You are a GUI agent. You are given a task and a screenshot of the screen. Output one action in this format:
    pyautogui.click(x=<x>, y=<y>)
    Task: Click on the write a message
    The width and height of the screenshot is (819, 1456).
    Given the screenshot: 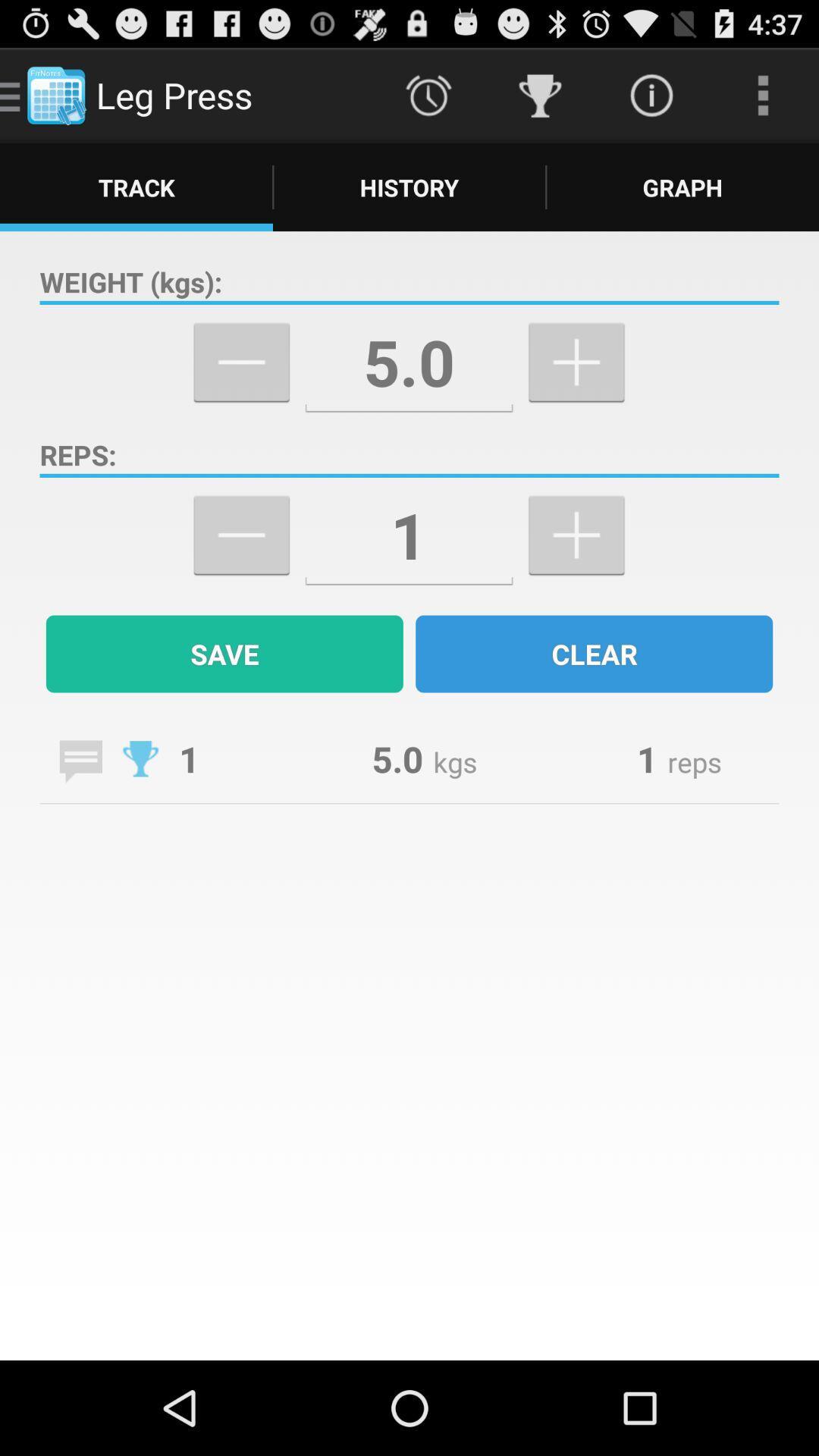 What is the action you would take?
    pyautogui.click(x=80, y=761)
    